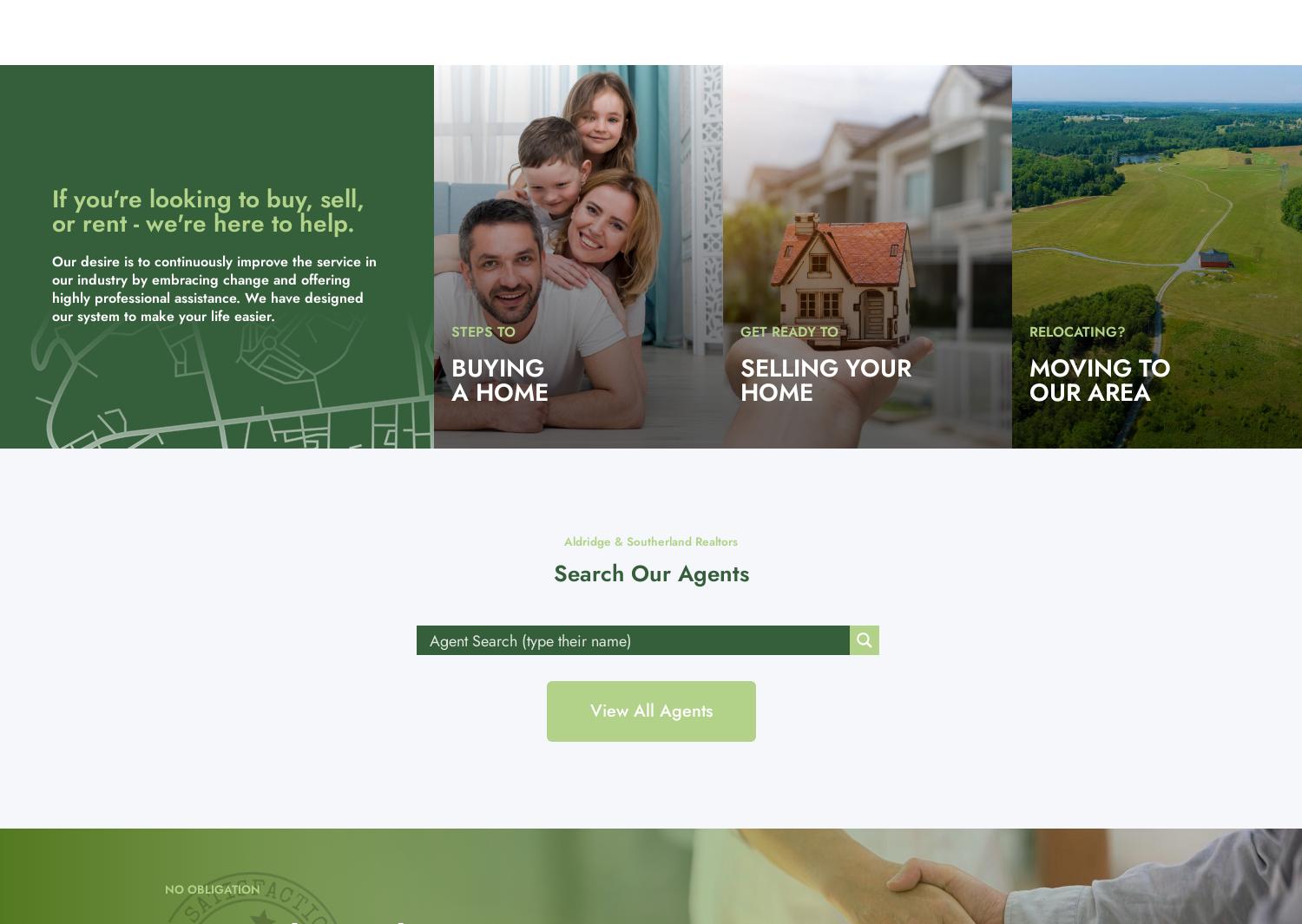 This screenshot has height=924, width=1302. I want to click on 'GET READY TO', so click(788, 331).